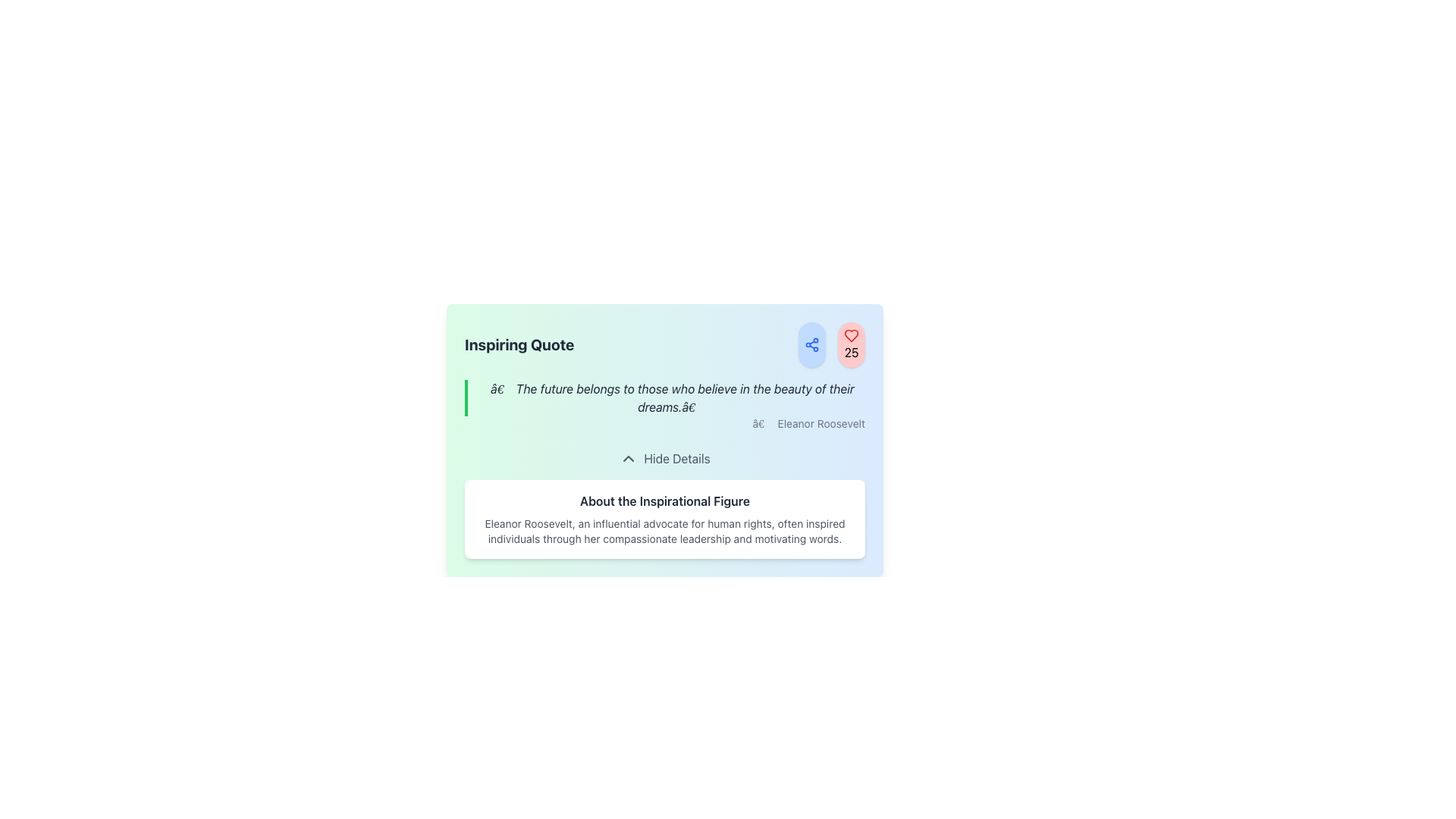 This screenshot has width=1456, height=819. I want to click on the chevron icon located to the left of the 'Hide Details' text, so click(629, 458).